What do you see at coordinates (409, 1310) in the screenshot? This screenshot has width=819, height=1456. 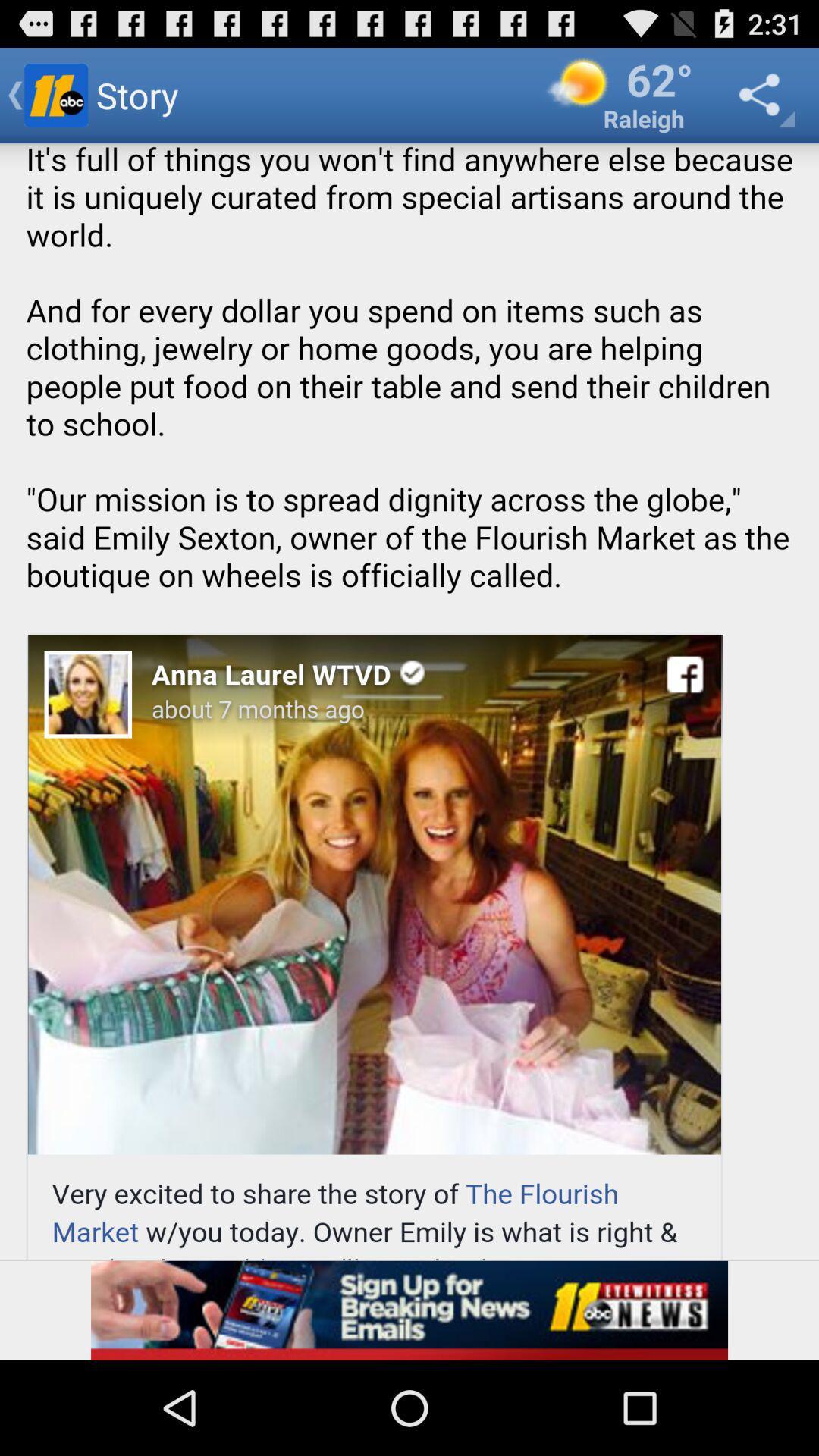 I see `open advertisement` at bounding box center [409, 1310].